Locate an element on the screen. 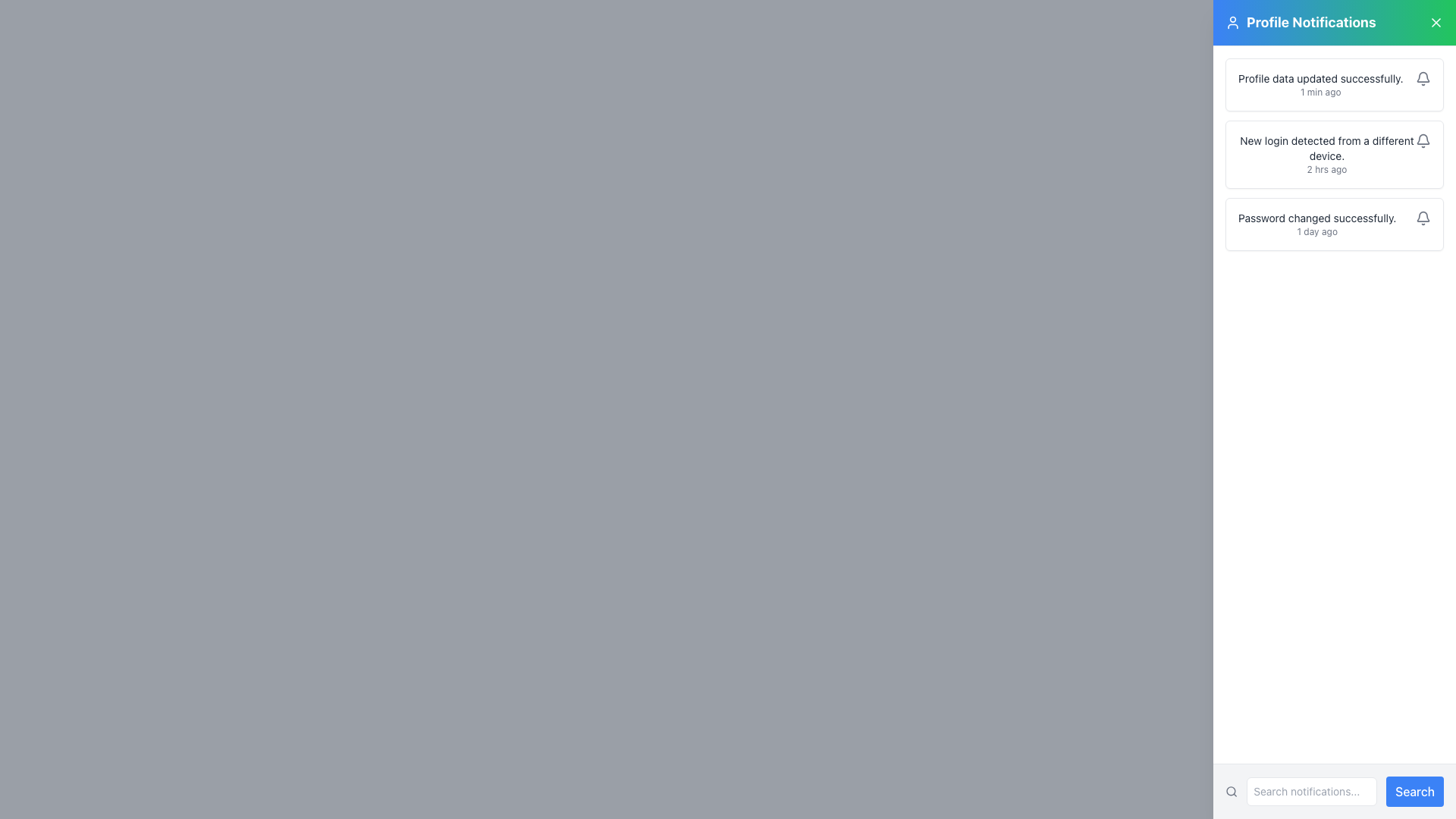  the gray bell icon located next to the notification text 'Profile data updated successfully' to interact with the notification is located at coordinates (1422, 79).